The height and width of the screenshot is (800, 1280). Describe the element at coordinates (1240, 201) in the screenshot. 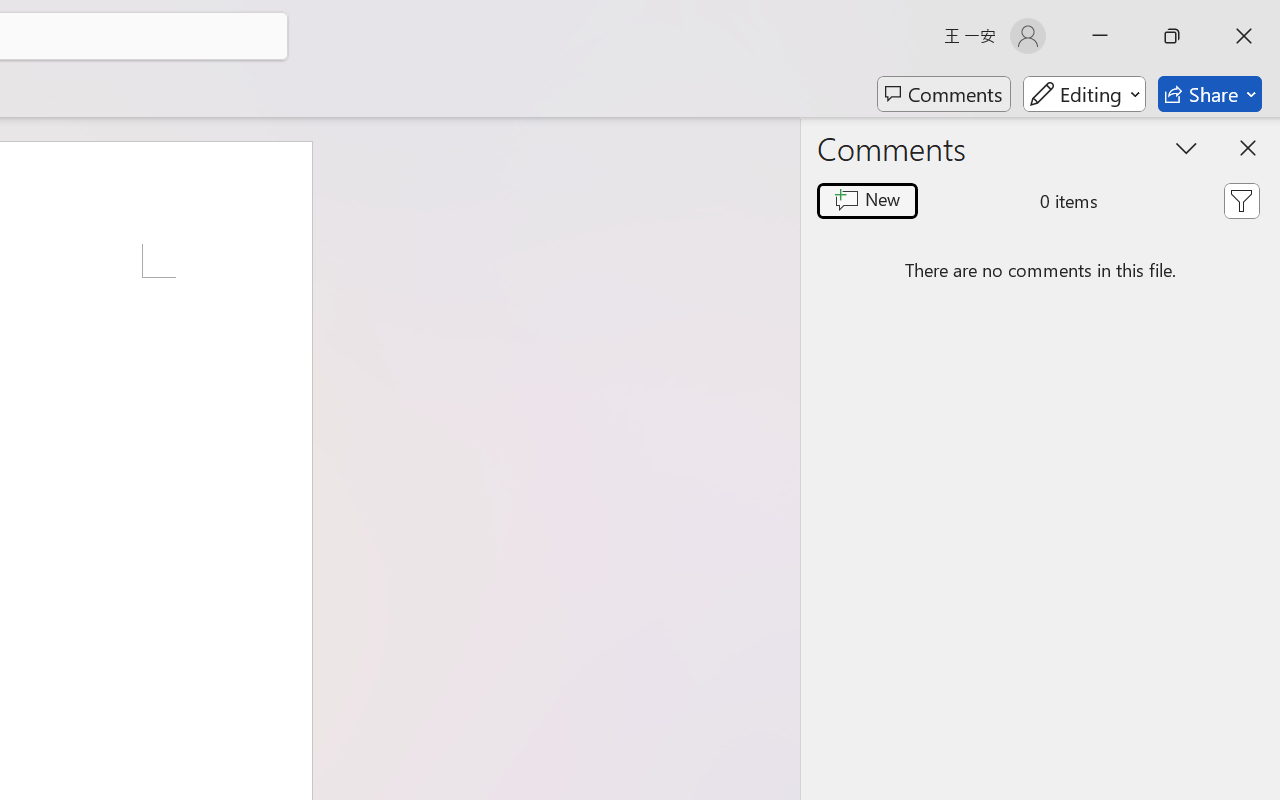

I see `'Filter'` at that location.